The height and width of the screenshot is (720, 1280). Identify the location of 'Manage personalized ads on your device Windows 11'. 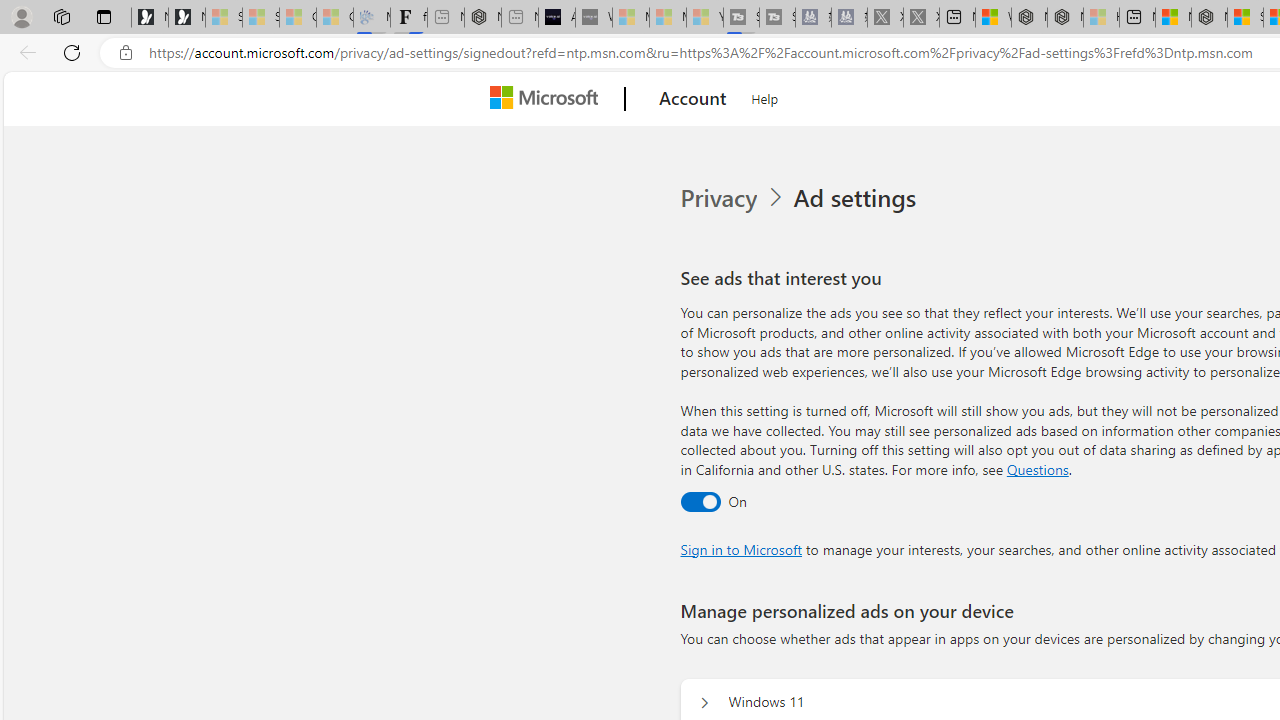
(704, 702).